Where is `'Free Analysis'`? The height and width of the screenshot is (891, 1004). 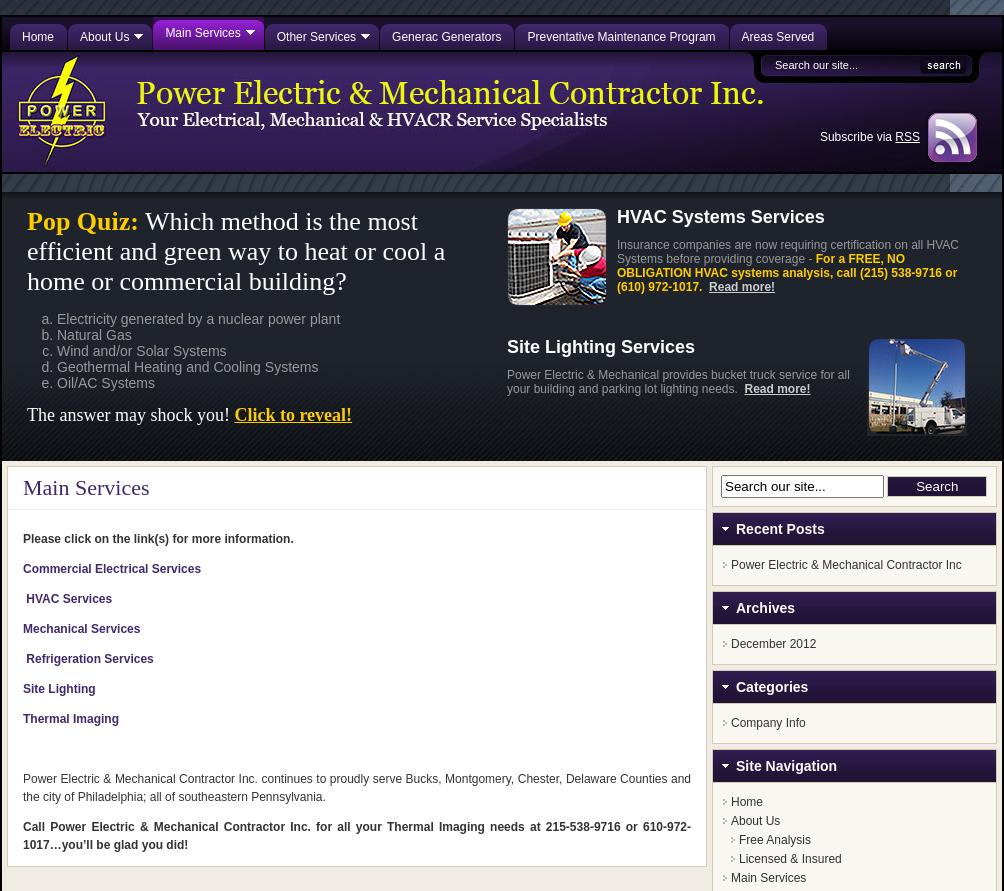
'Free Analysis' is located at coordinates (774, 839).